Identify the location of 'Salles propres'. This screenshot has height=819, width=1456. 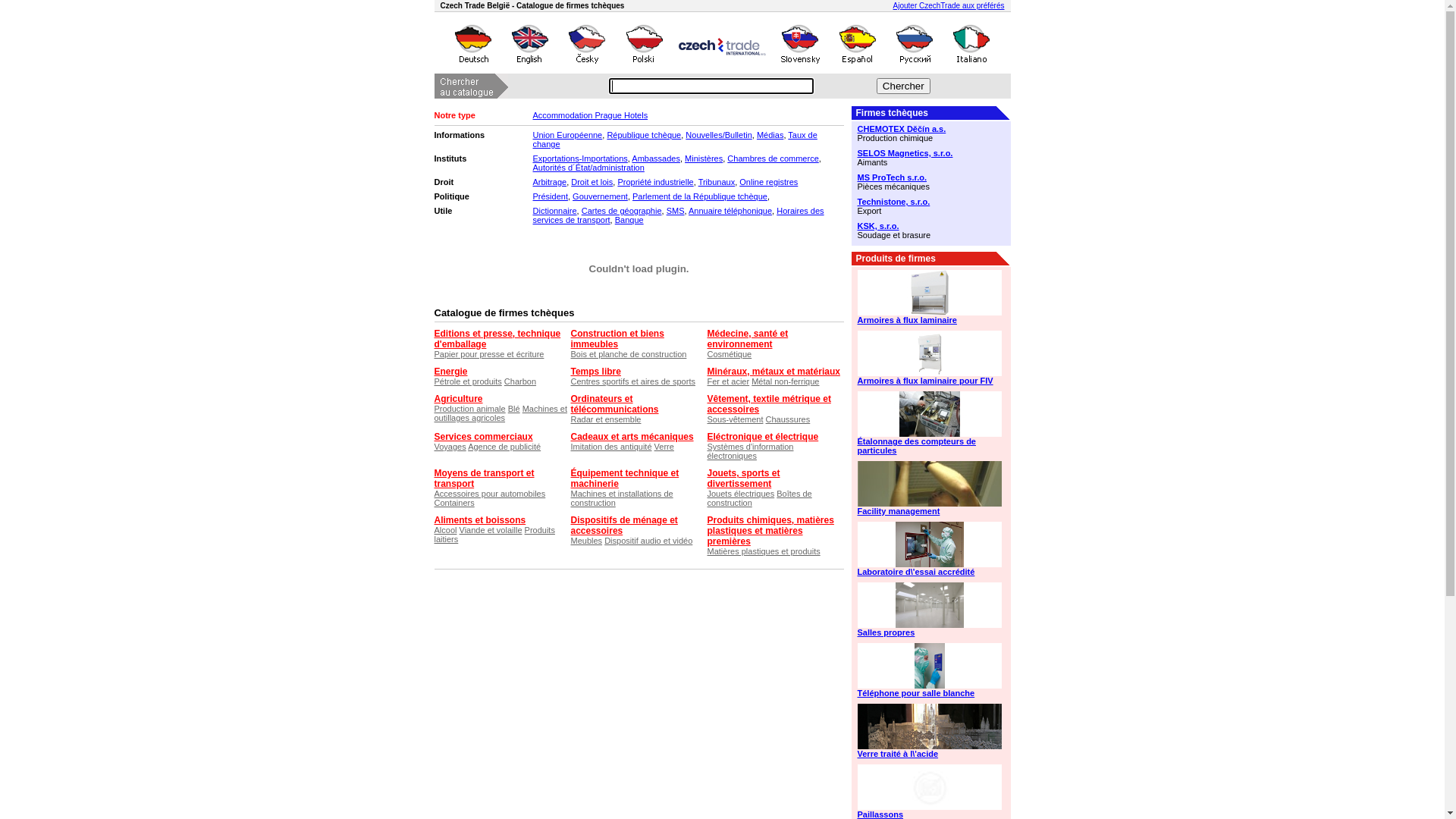
(930, 632).